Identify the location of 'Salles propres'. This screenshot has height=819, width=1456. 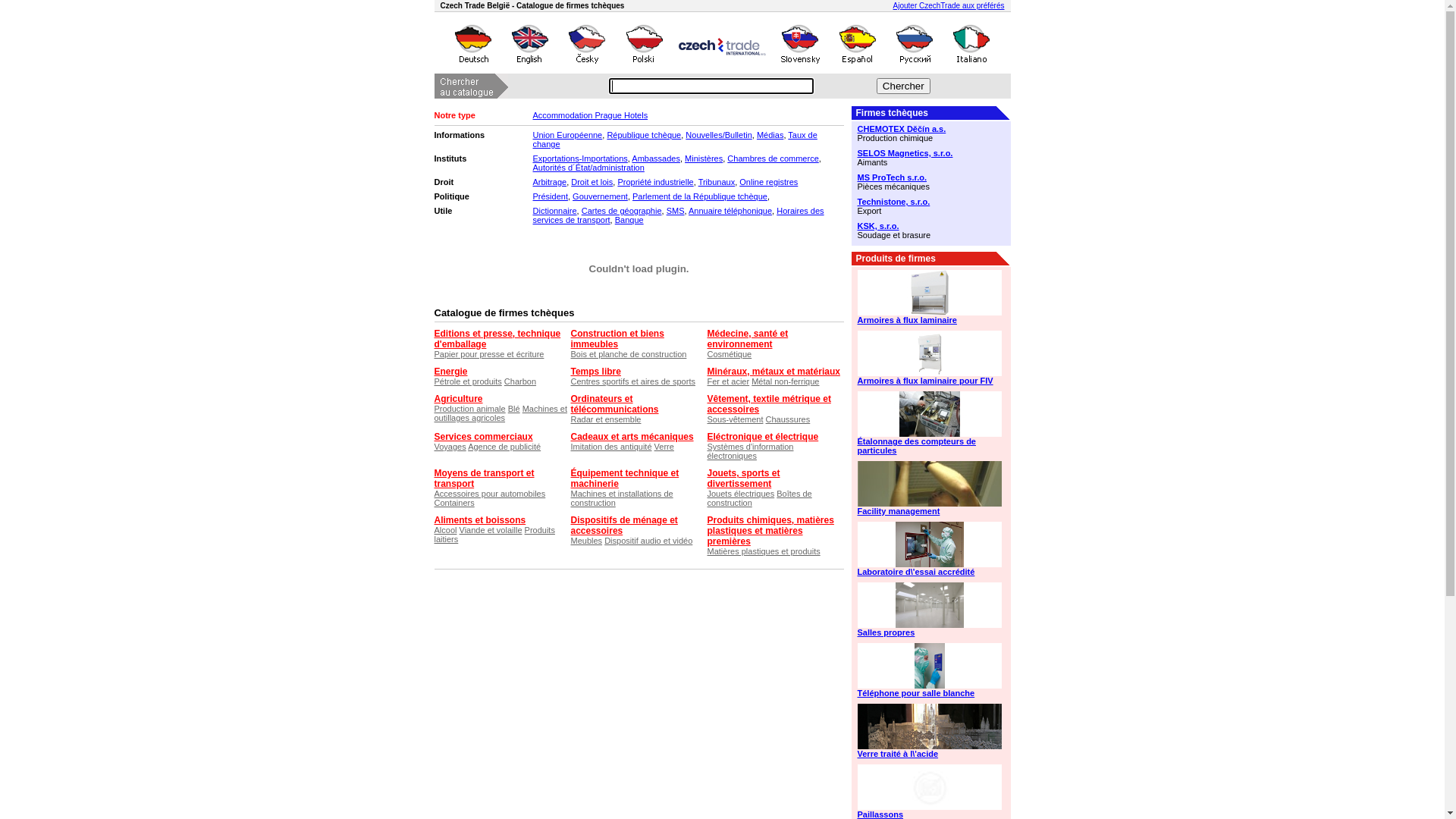
(930, 632).